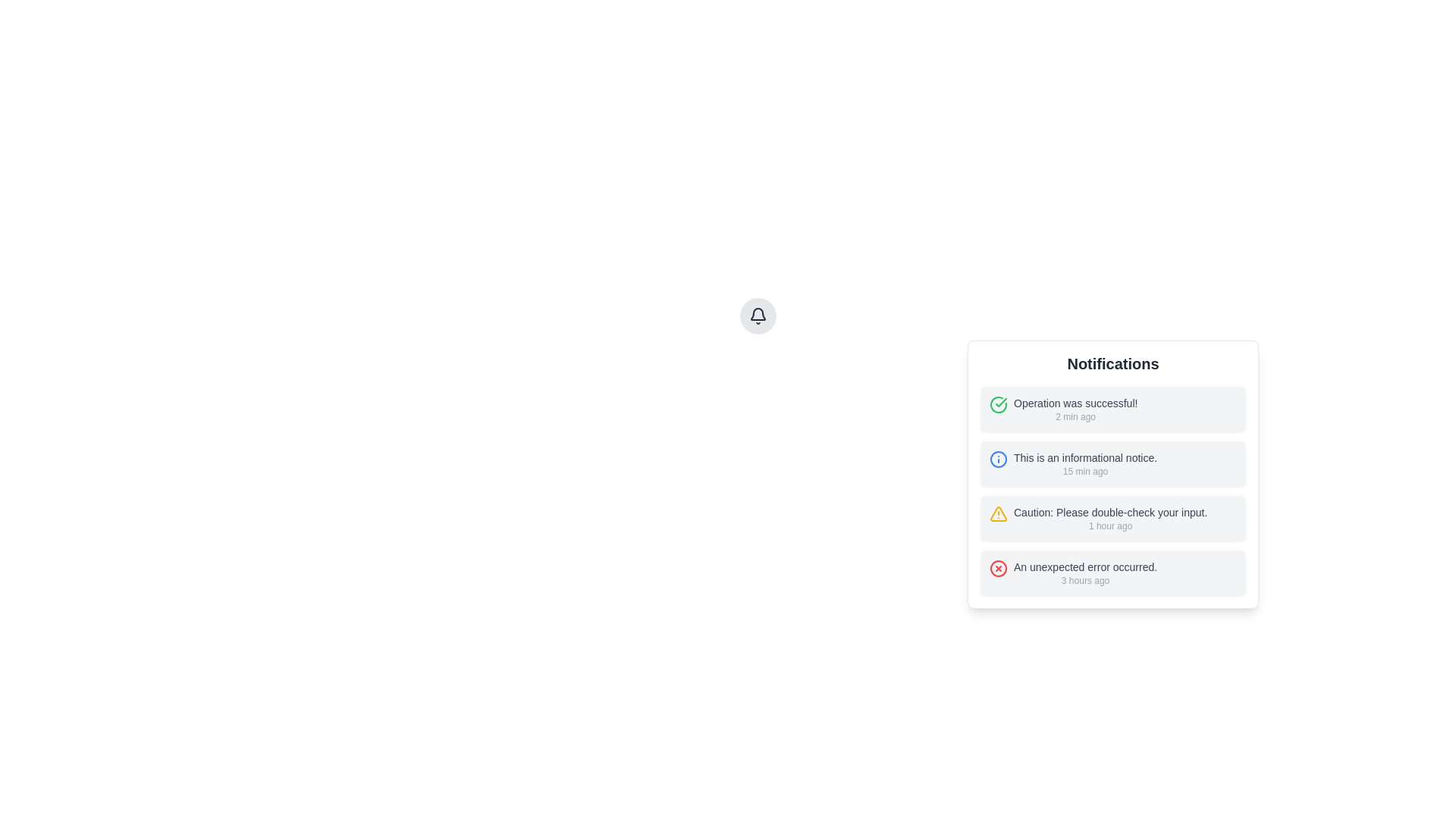  I want to click on the static text label indicating successful operation completion, located in the Notifications section, above the timestamp '2 min ago' and below the checkmark icon, so click(1075, 403).